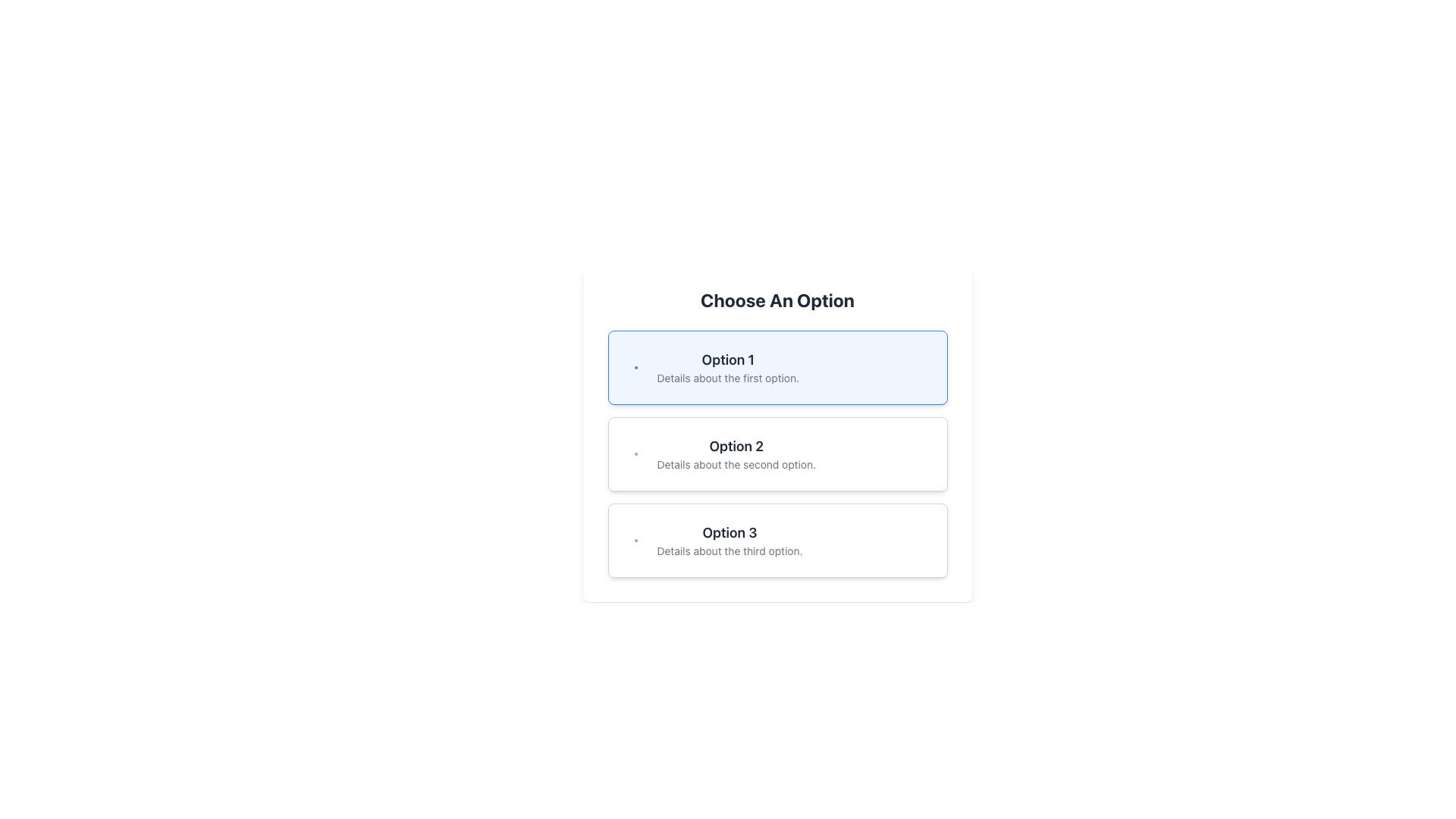 The width and height of the screenshot is (1456, 819). I want to click on the Text Display element that provides information regarding 'Option 1', which is centrally located within the first item of a vertical list following 'Choose An Option', so click(728, 368).